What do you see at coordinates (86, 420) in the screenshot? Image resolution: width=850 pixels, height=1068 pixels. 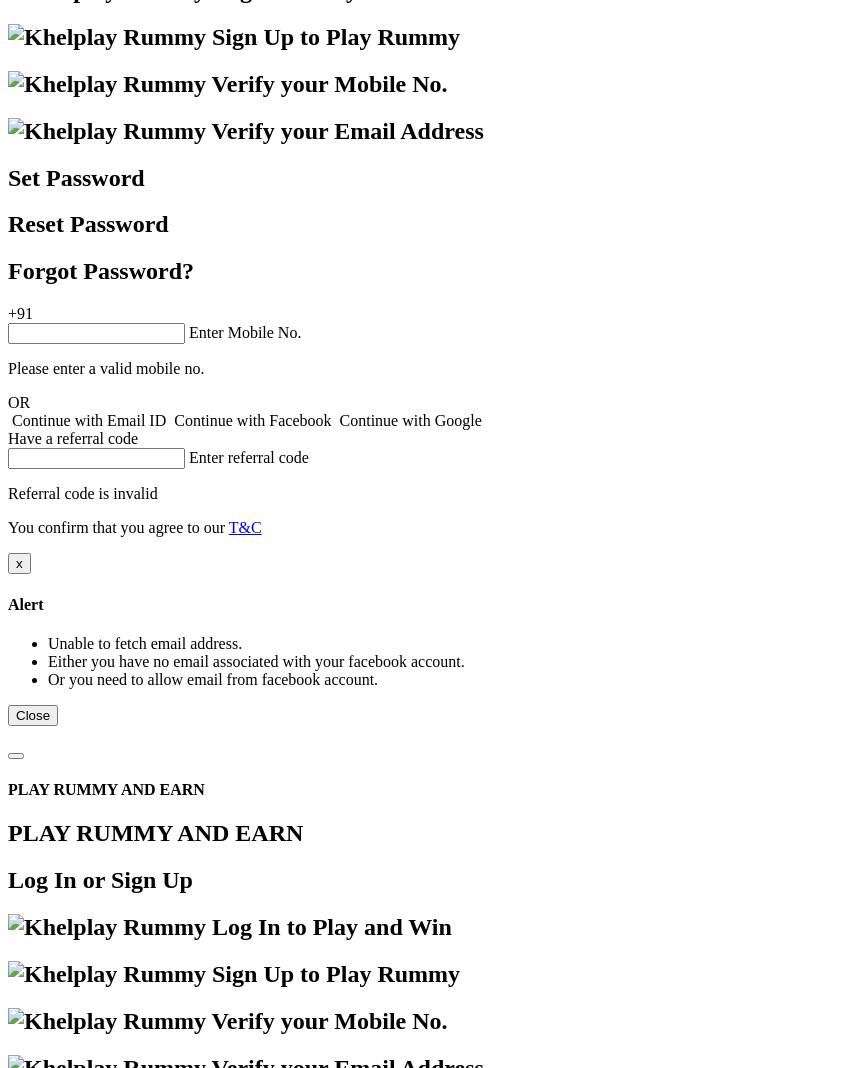 I see `'Continue with Email ID'` at bounding box center [86, 420].